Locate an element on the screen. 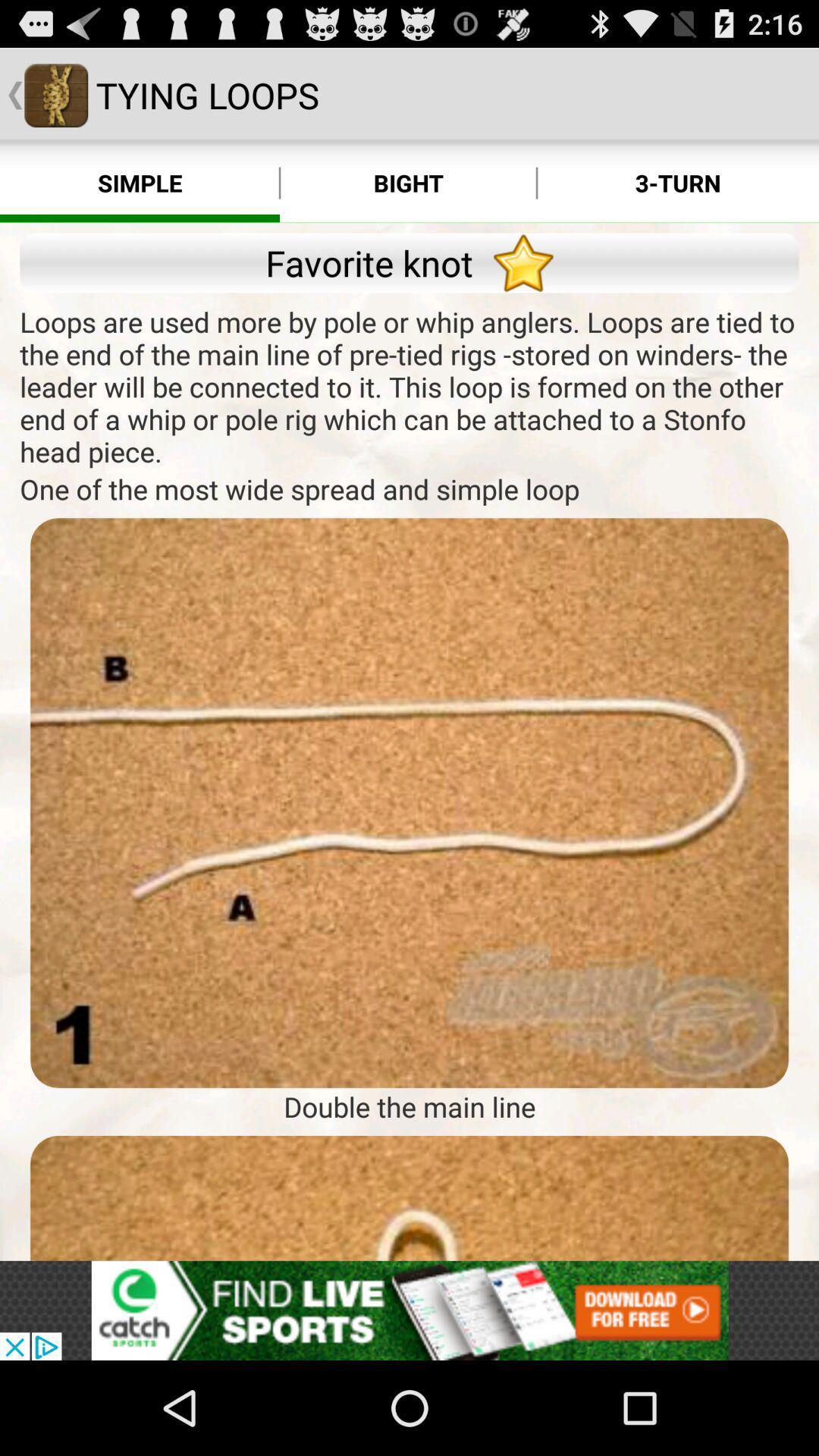 This screenshot has height=1456, width=819. advertisement is located at coordinates (409, 1197).